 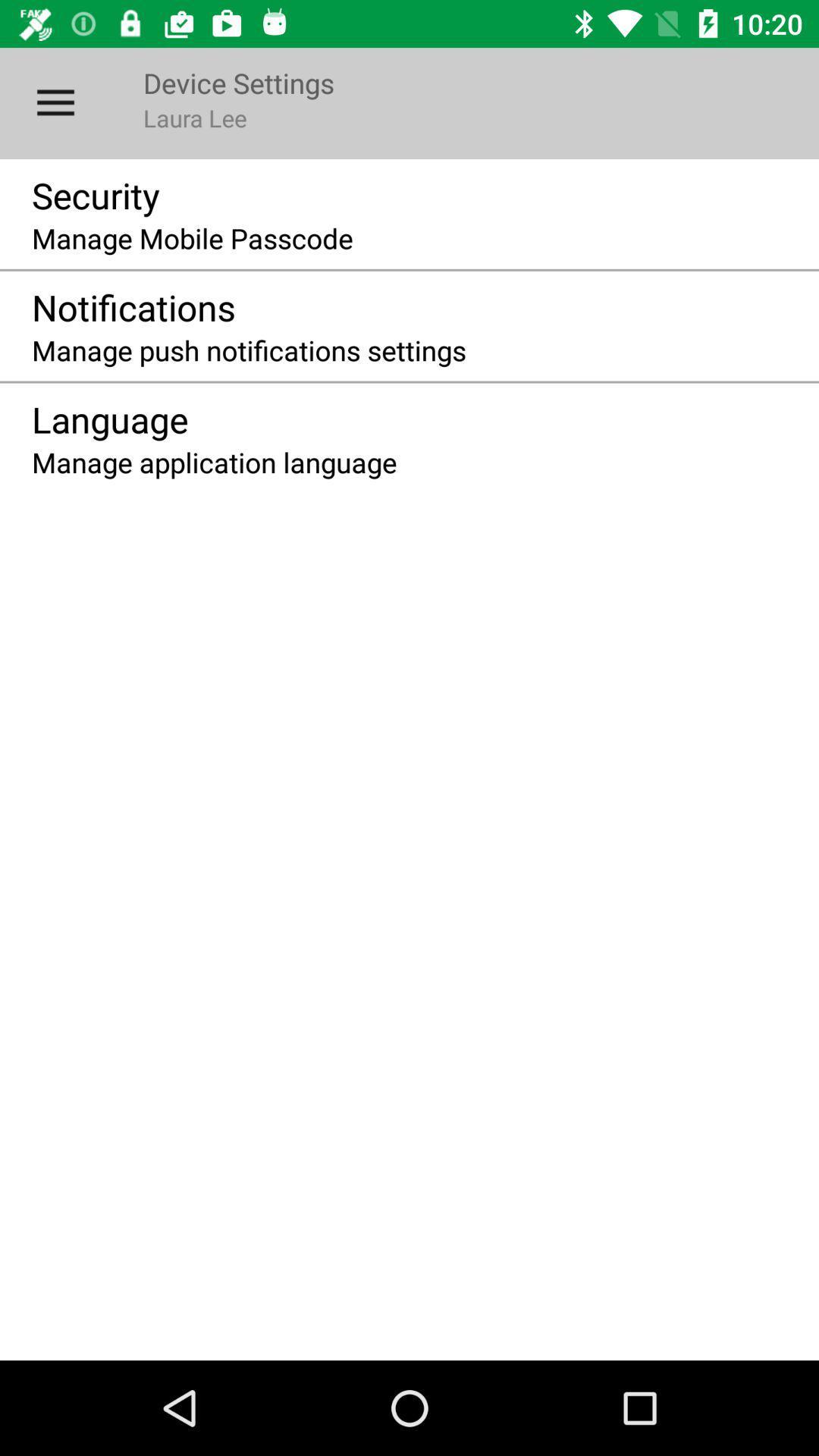 I want to click on the icon above the security item, so click(x=55, y=102).